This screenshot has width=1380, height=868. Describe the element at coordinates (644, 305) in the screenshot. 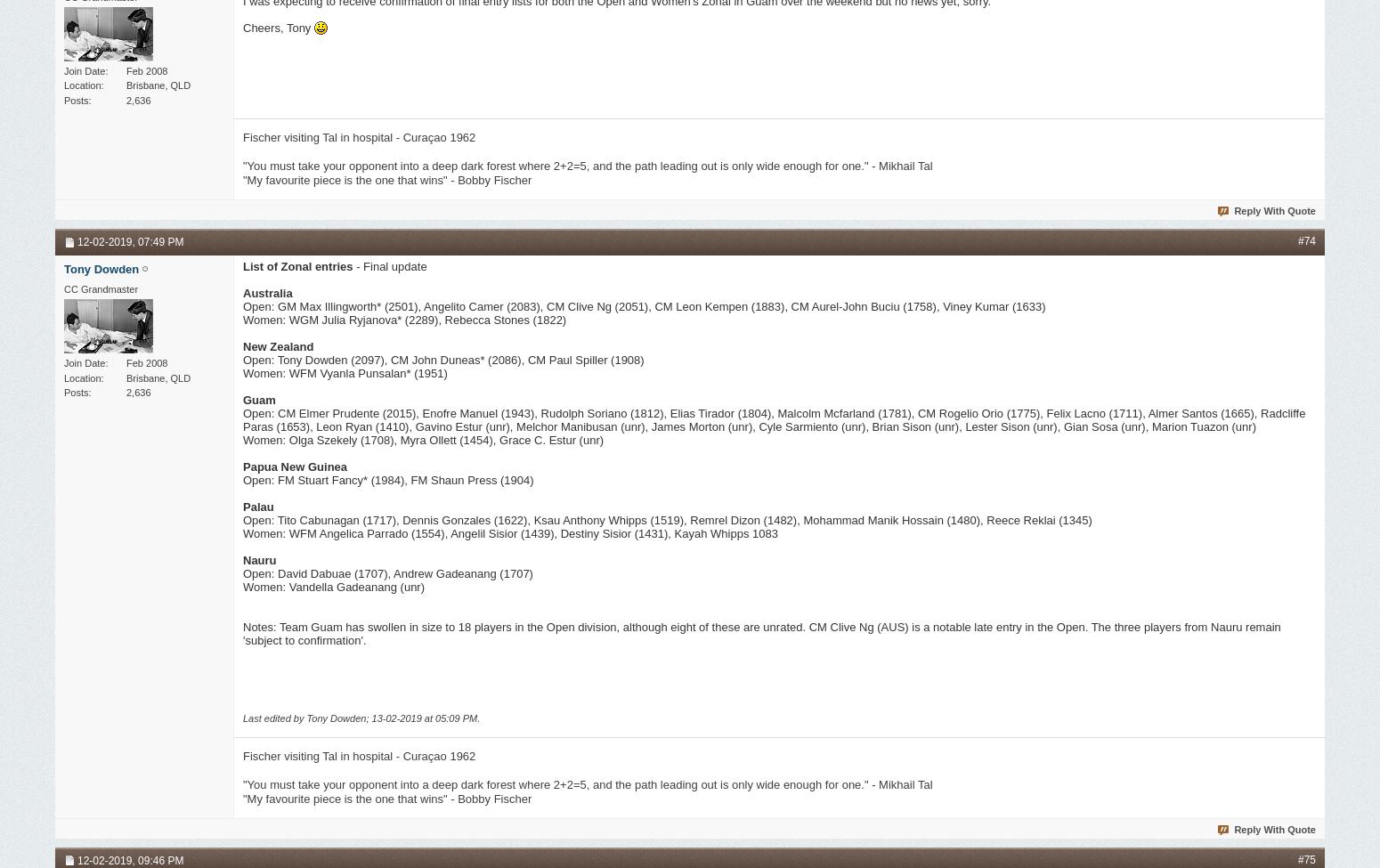

I see `'Open: GM Max Illingworth* (2501), Angelito Camer (2083), CM Clive Ng (2051), CM Leon Kempen (1883), CM Aurel-John Buciu (1758), Viney Kumar (1633)'` at that location.